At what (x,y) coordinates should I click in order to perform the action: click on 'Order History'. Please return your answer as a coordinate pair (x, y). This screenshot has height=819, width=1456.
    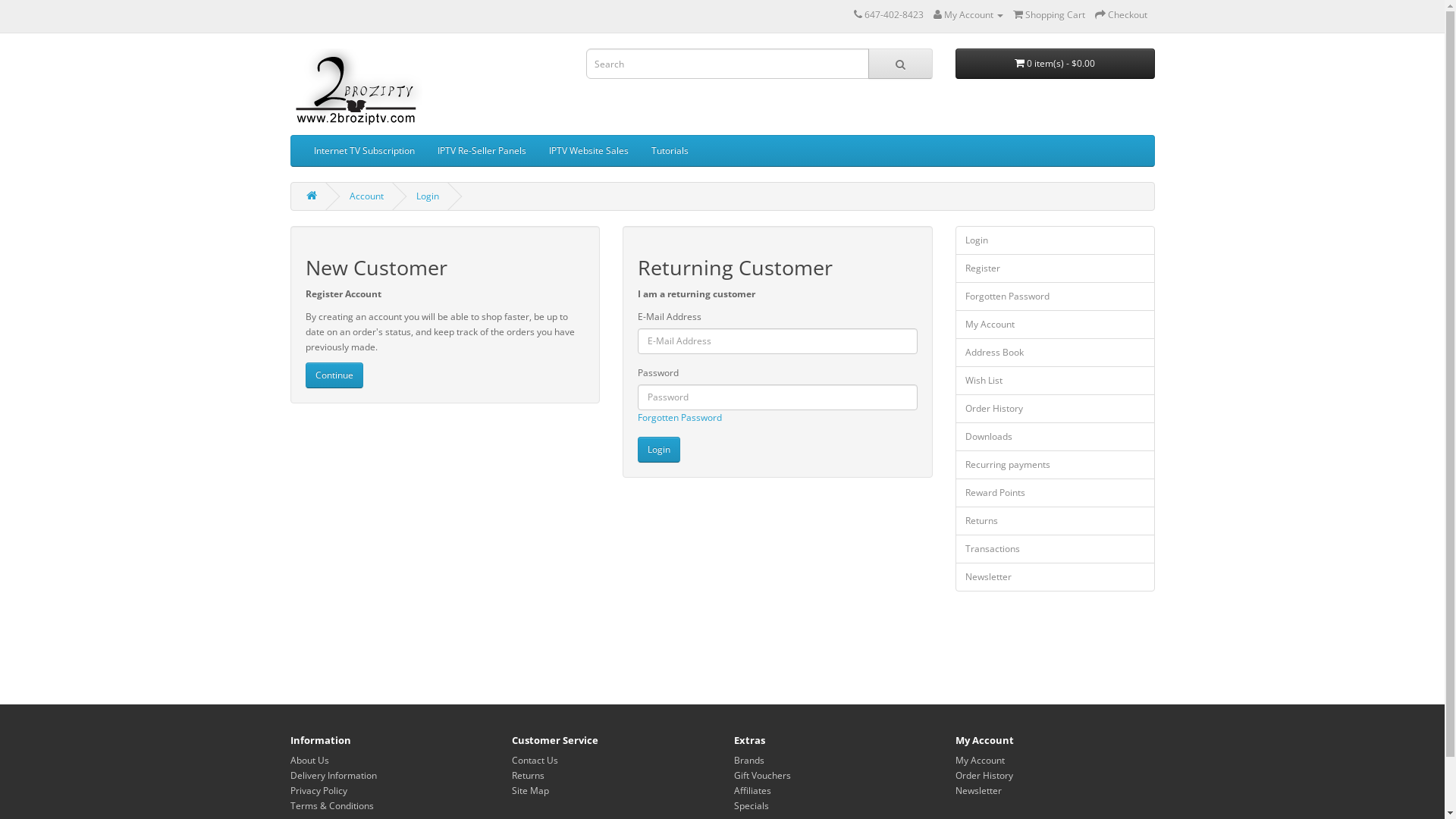
    Looking at the image, I should click on (1054, 408).